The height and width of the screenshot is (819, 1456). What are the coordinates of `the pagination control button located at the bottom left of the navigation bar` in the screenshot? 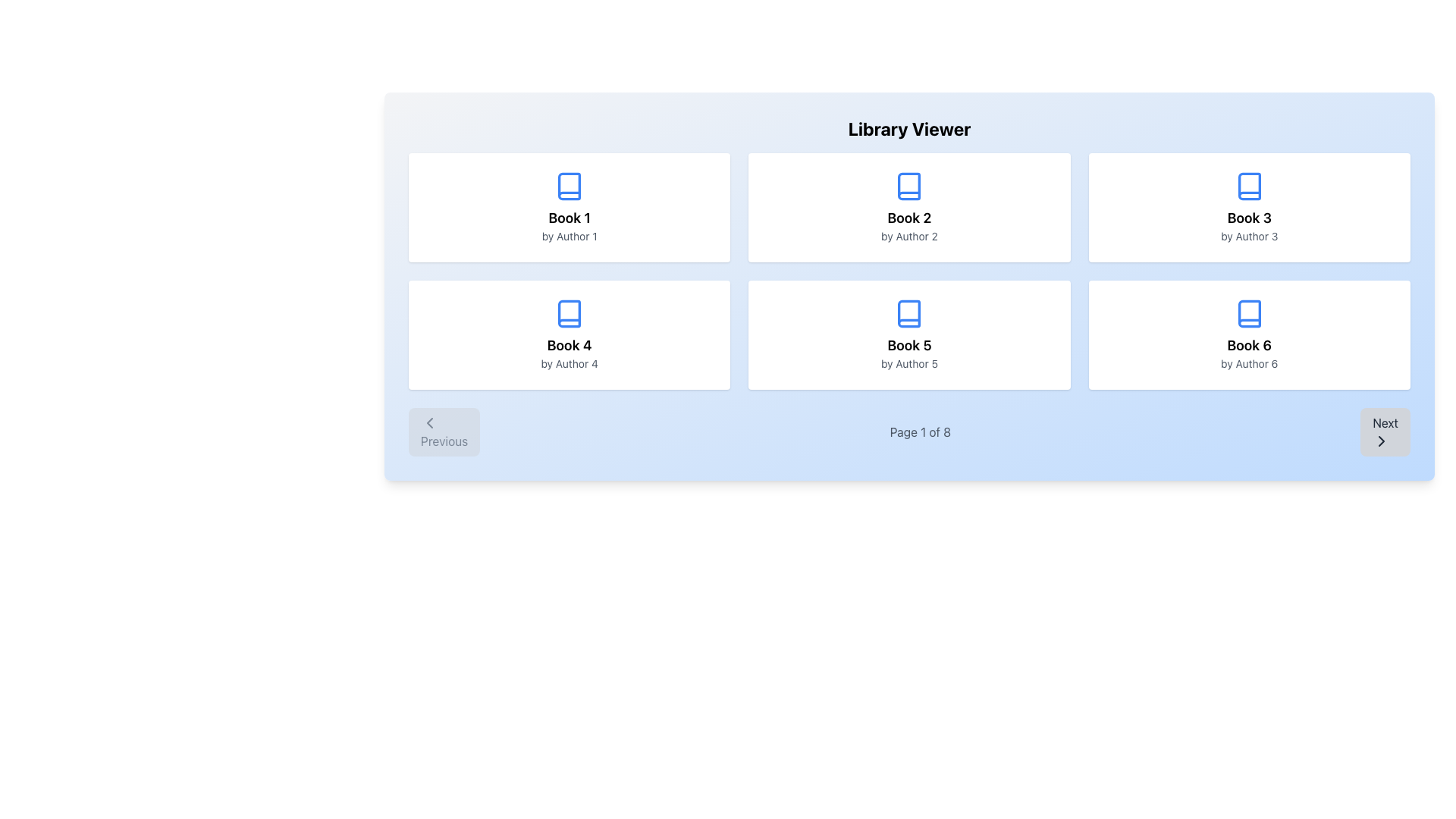 It's located at (444, 432).